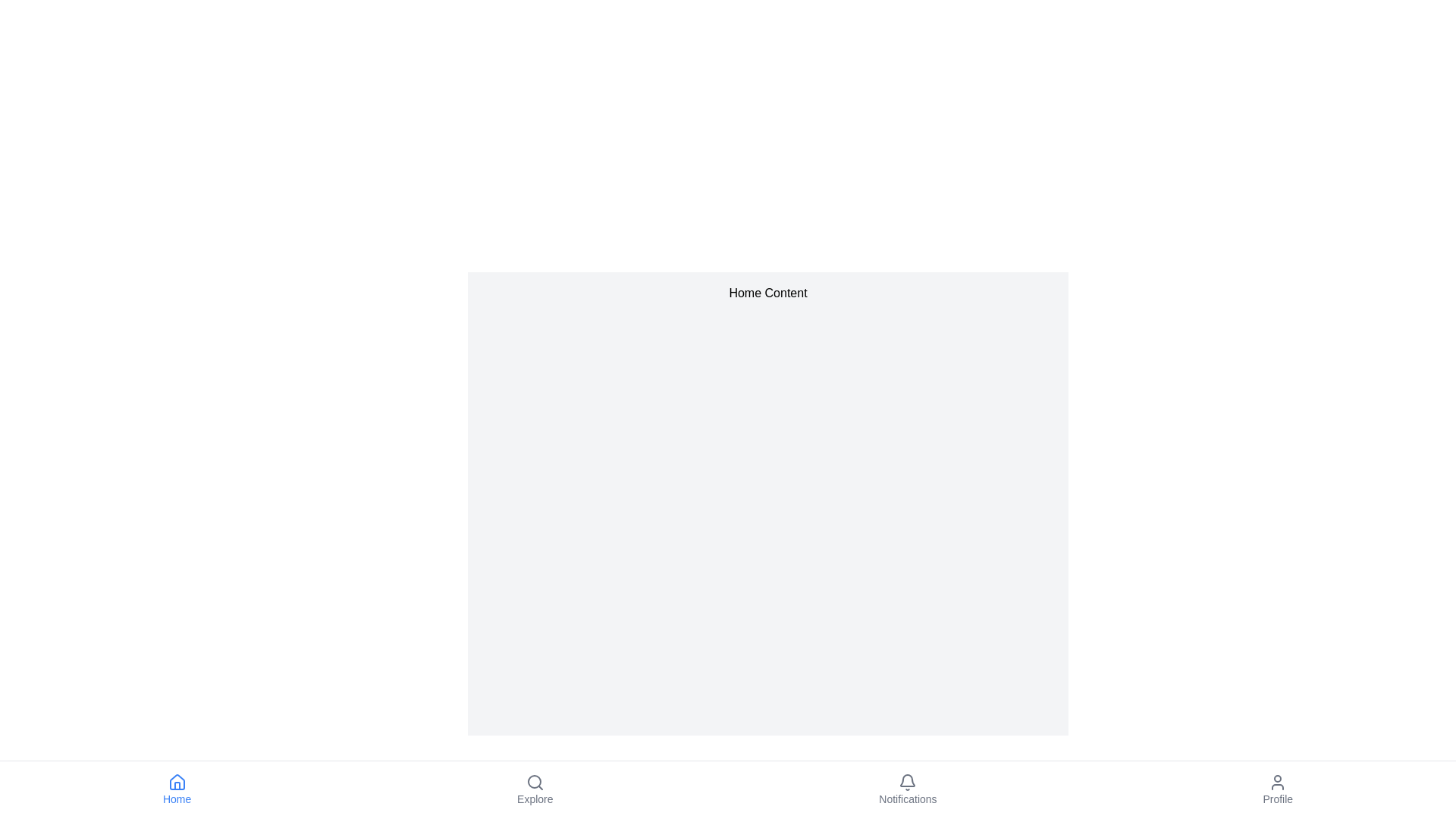  I want to click on the 'Explore' button, which is the second navigation option from the left in the bottom navigation bar, so click(535, 789).